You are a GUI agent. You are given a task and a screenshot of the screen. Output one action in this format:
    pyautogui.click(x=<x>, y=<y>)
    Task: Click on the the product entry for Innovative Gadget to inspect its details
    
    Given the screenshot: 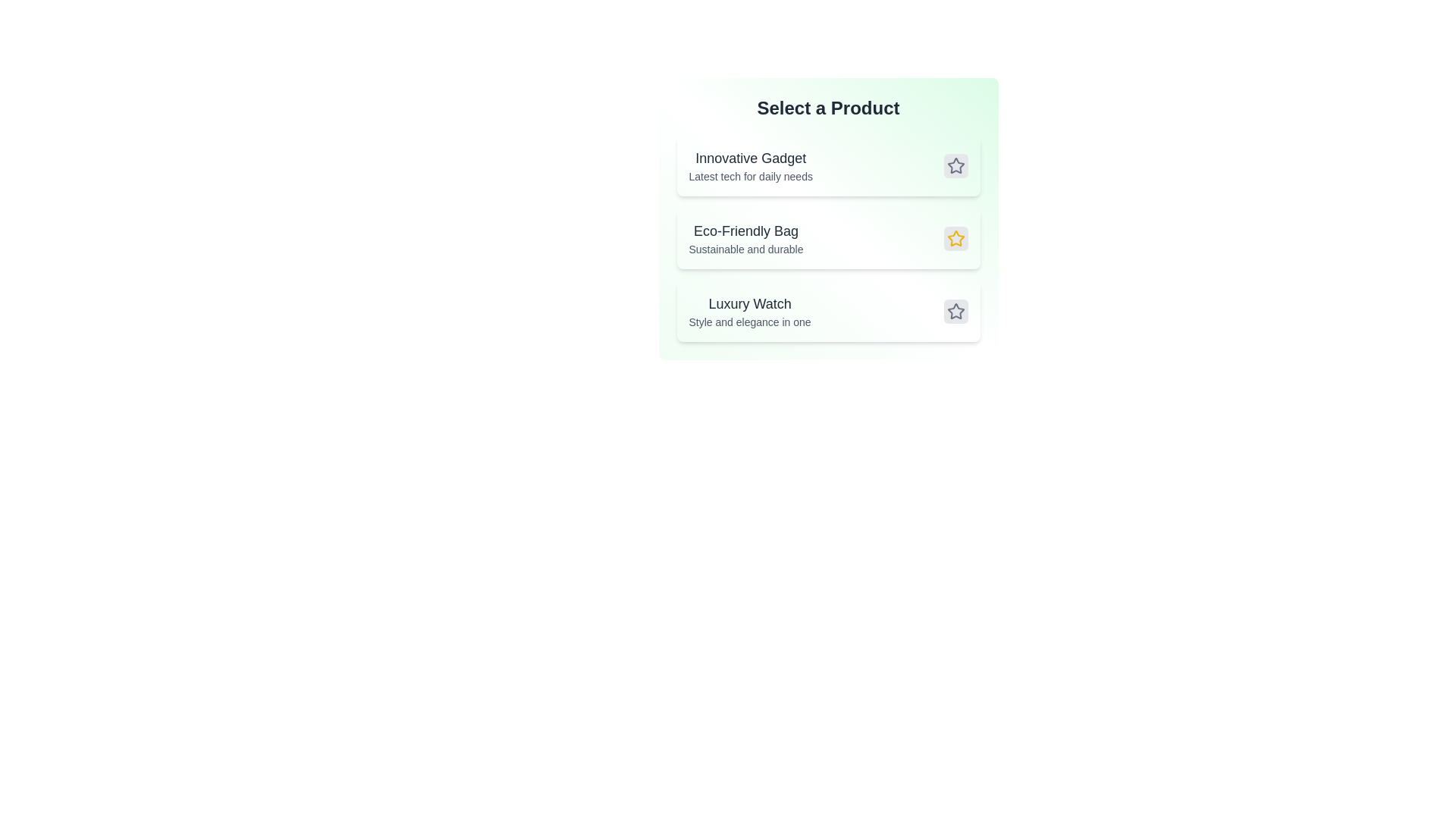 What is the action you would take?
    pyautogui.click(x=750, y=166)
    